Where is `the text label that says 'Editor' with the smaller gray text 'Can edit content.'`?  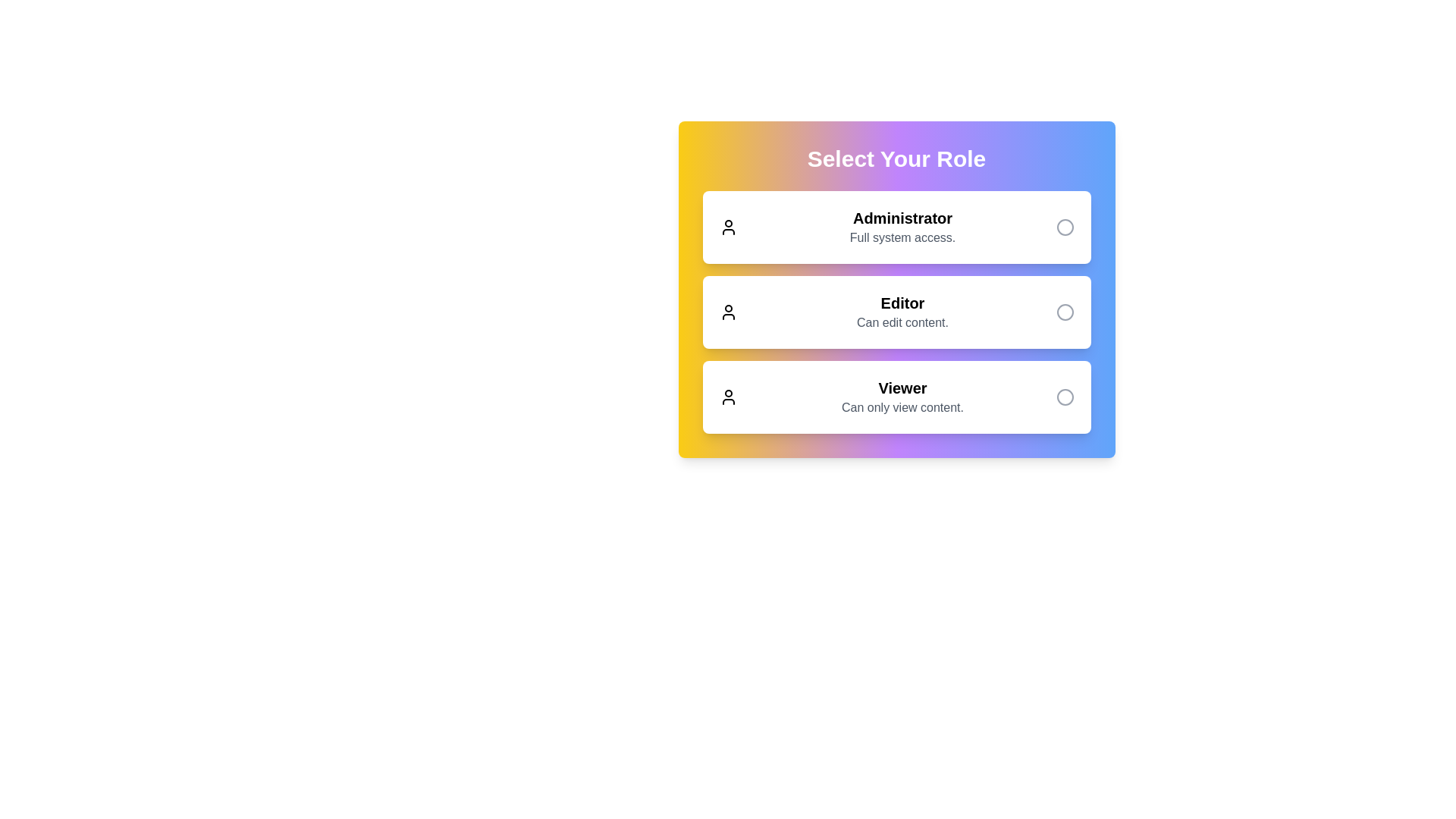
the text label that says 'Editor' with the smaller gray text 'Can edit content.' is located at coordinates (902, 312).